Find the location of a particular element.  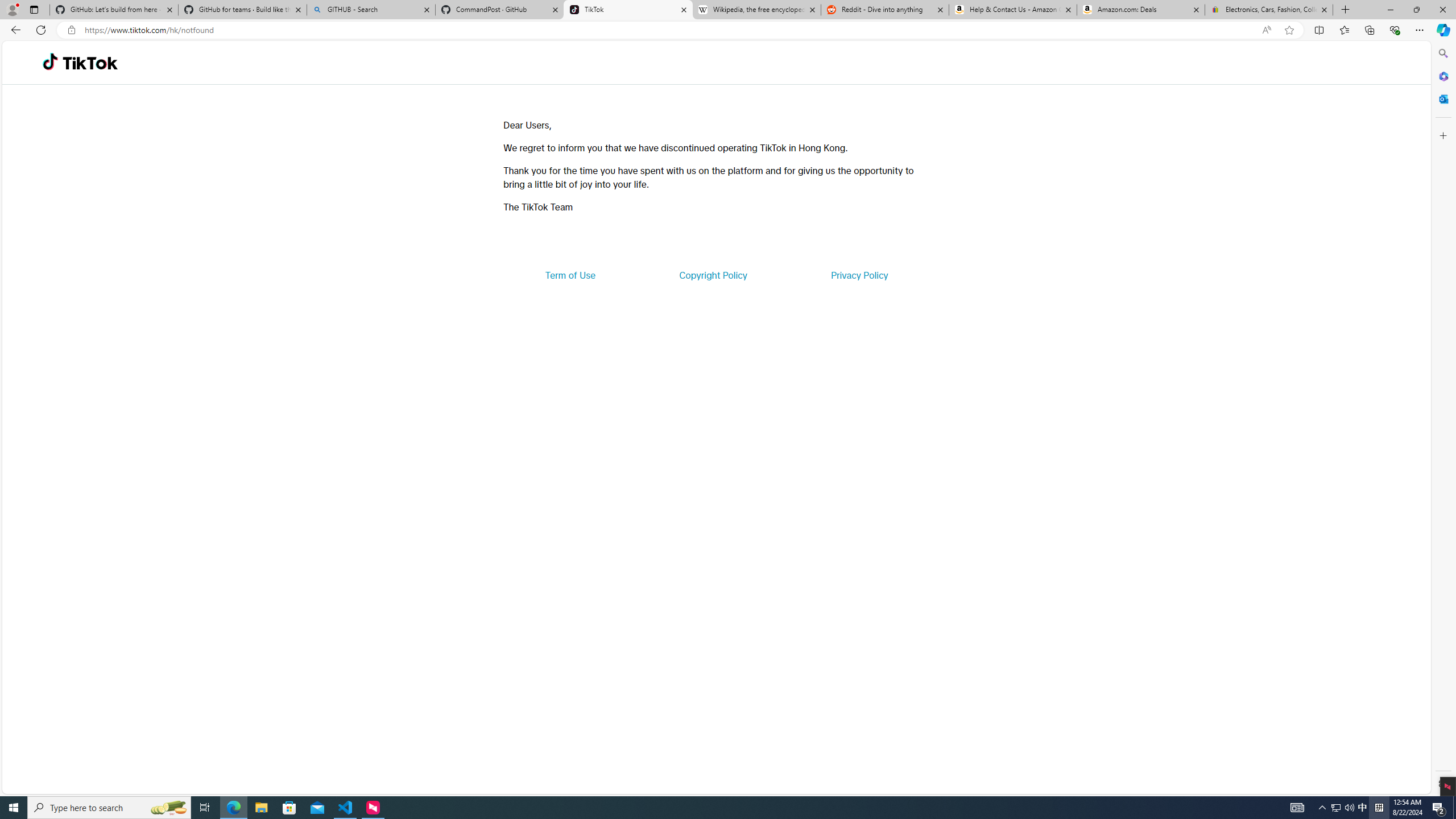

'Copyright Policy' is located at coordinates (712, 274).